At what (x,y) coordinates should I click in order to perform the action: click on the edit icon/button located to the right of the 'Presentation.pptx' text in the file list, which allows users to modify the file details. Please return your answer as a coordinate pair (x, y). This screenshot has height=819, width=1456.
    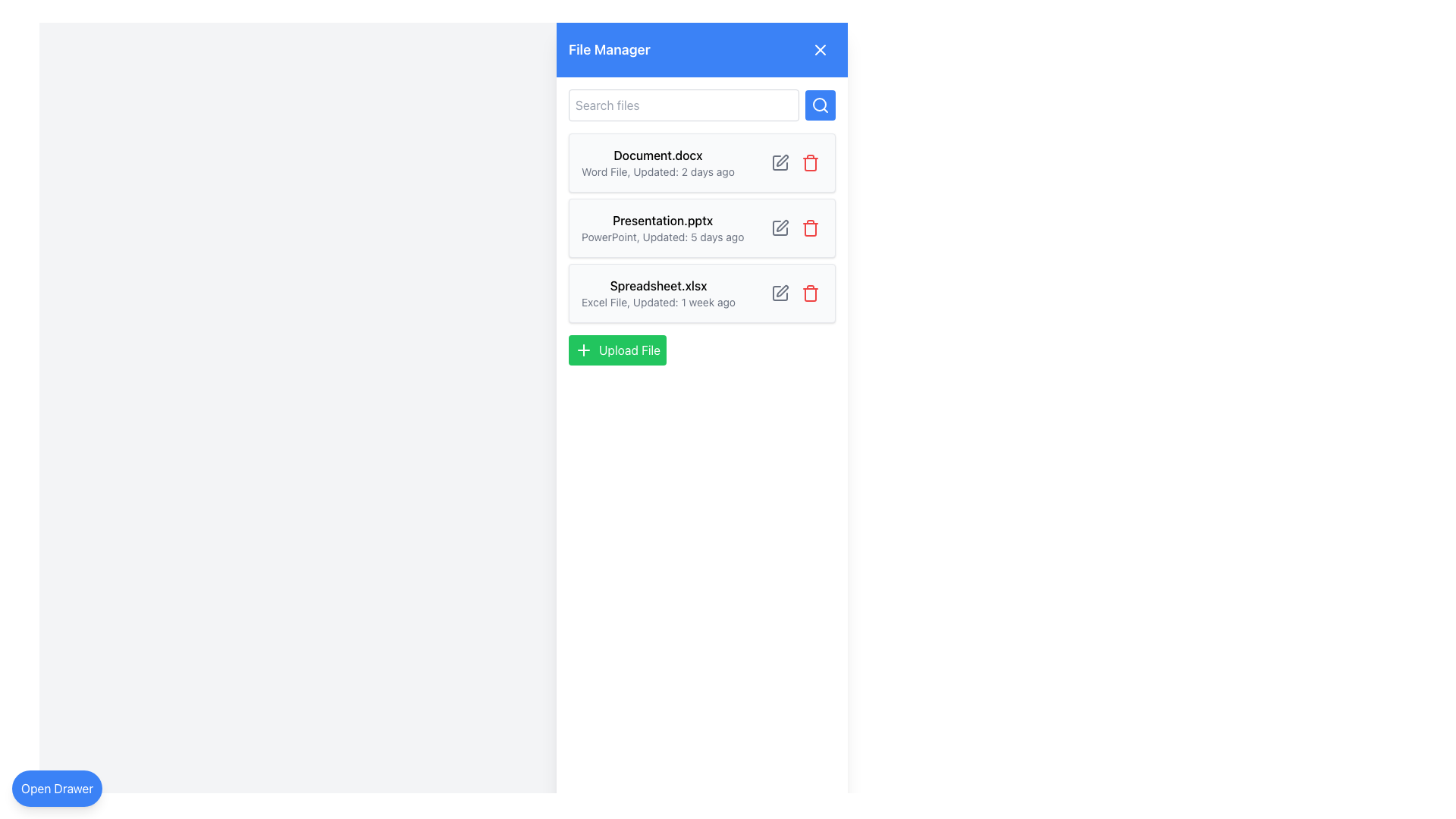
    Looking at the image, I should click on (782, 161).